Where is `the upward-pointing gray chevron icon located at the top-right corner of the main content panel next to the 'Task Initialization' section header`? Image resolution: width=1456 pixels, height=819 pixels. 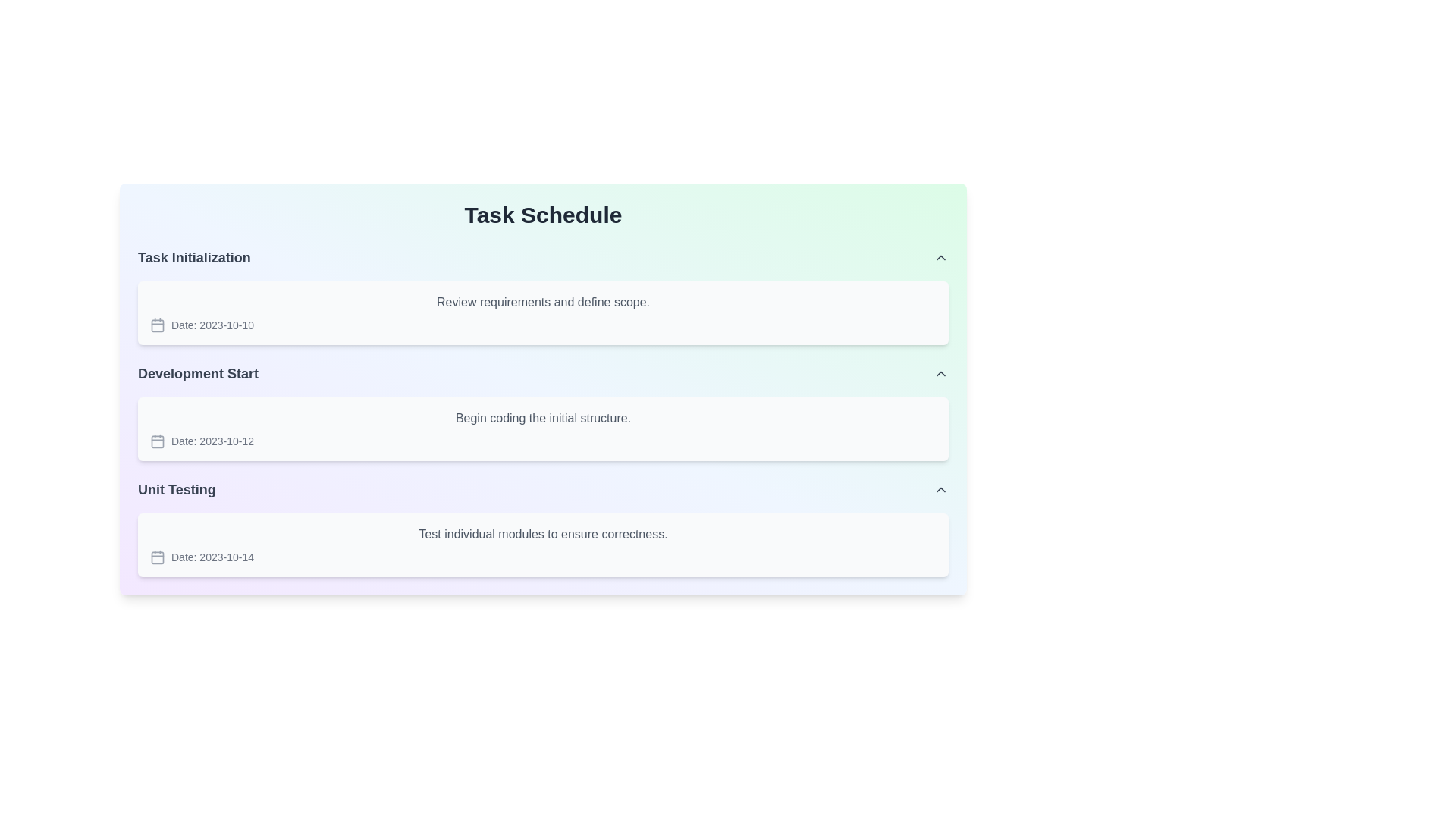
the upward-pointing gray chevron icon located at the top-right corner of the main content panel next to the 'Task Initialization' section header is located at coordinates (940, 256).